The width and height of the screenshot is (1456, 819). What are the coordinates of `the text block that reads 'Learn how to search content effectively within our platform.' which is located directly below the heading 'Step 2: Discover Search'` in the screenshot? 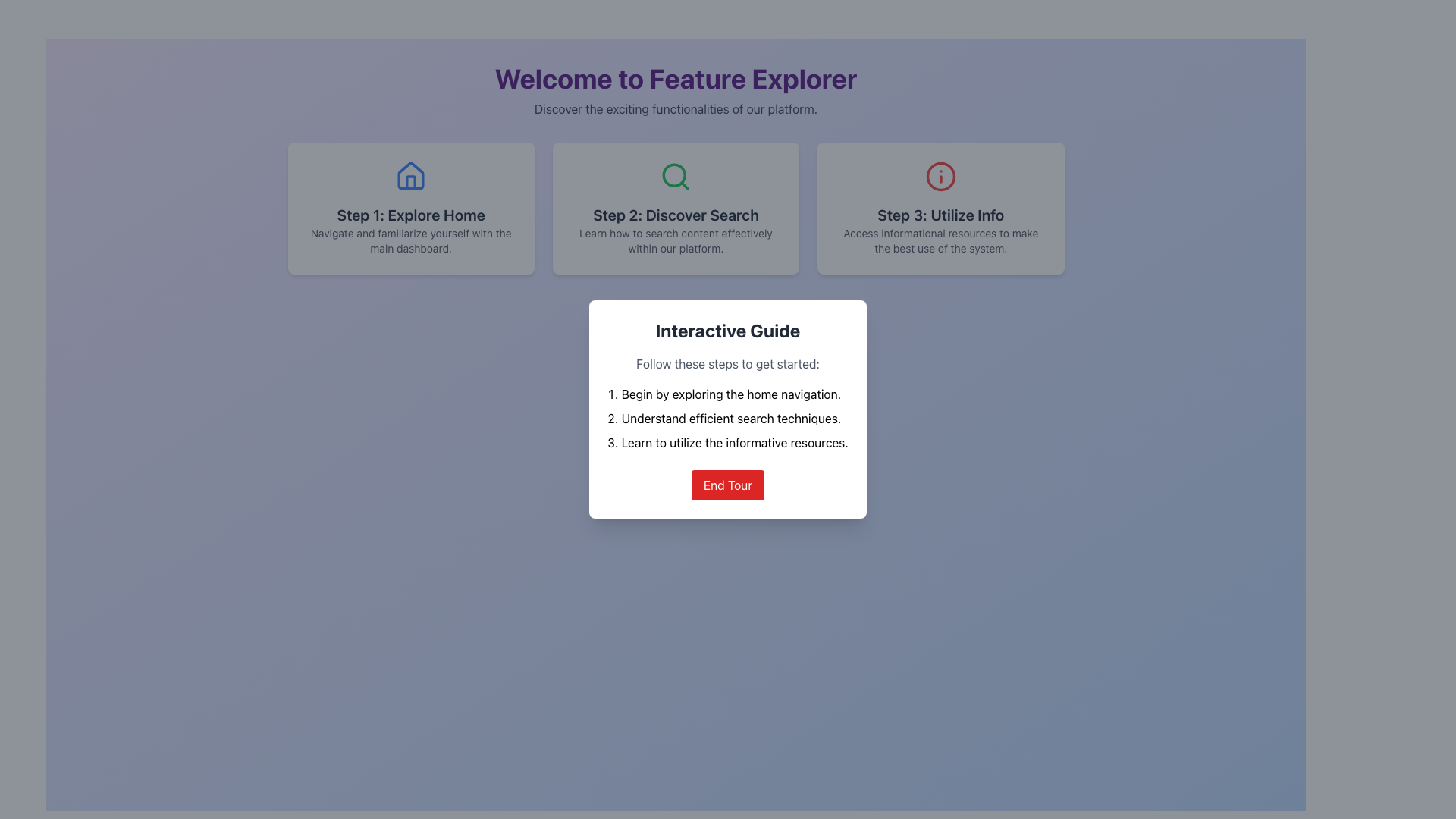 It's located at (675, 240).